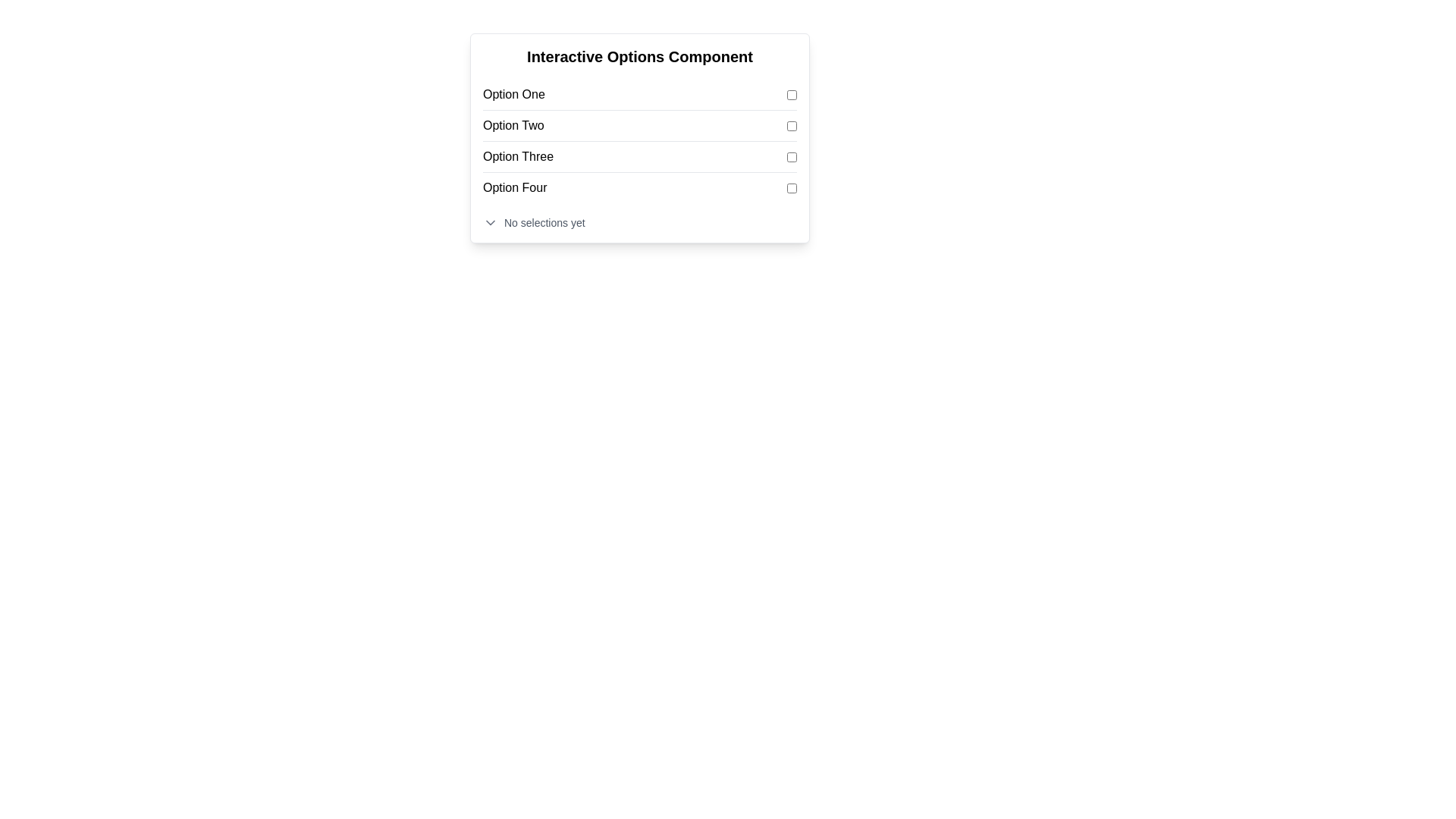  Describe the element at coordinates (515, 187) in the screenshot. I see `the label describing the fourth option in the options list, which is positioned to the left of a checkbox` at that location.